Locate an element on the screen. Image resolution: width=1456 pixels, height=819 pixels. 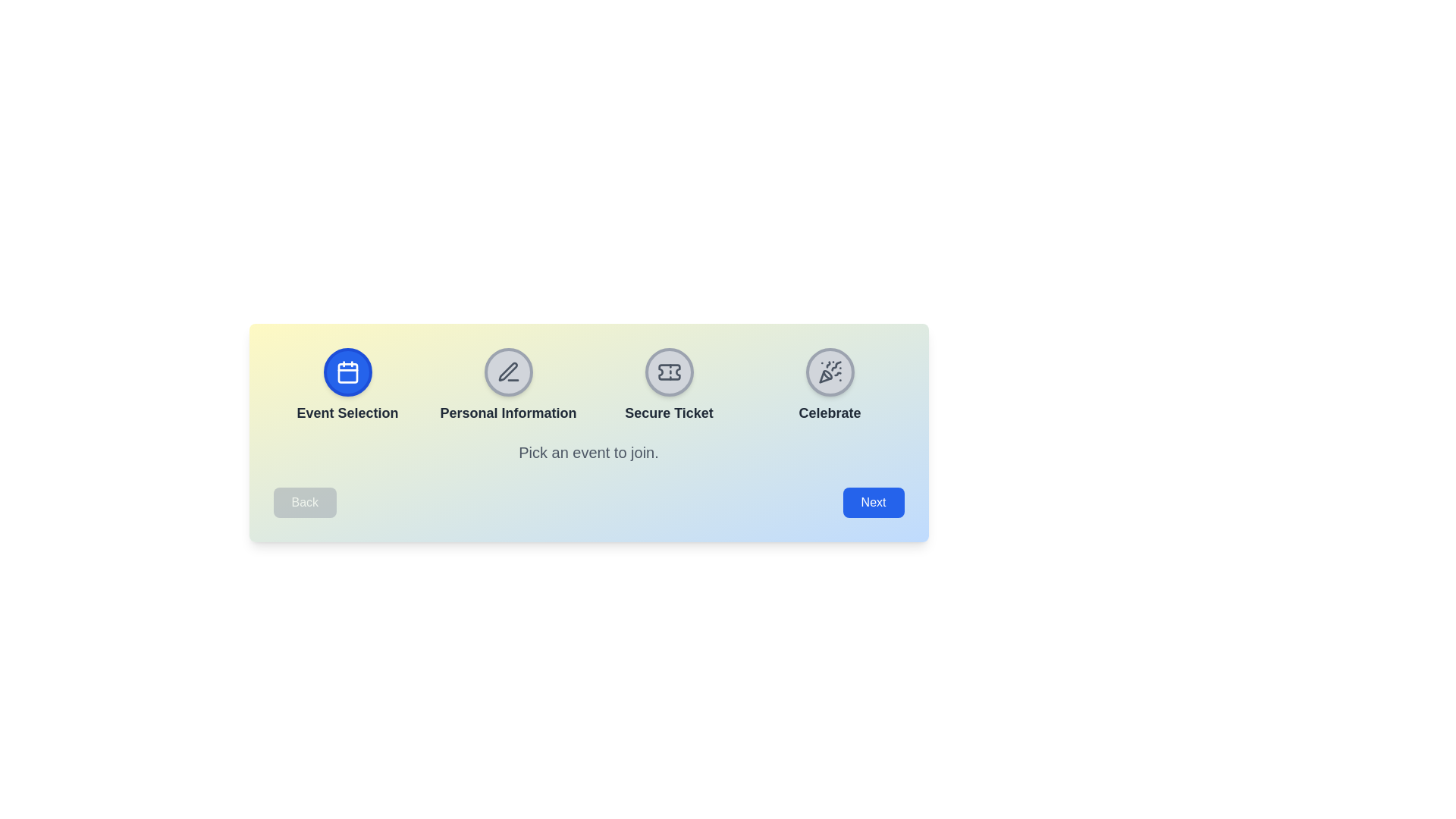
the step indicator for Personal Information to display its information is located at coordinates (508, 372).